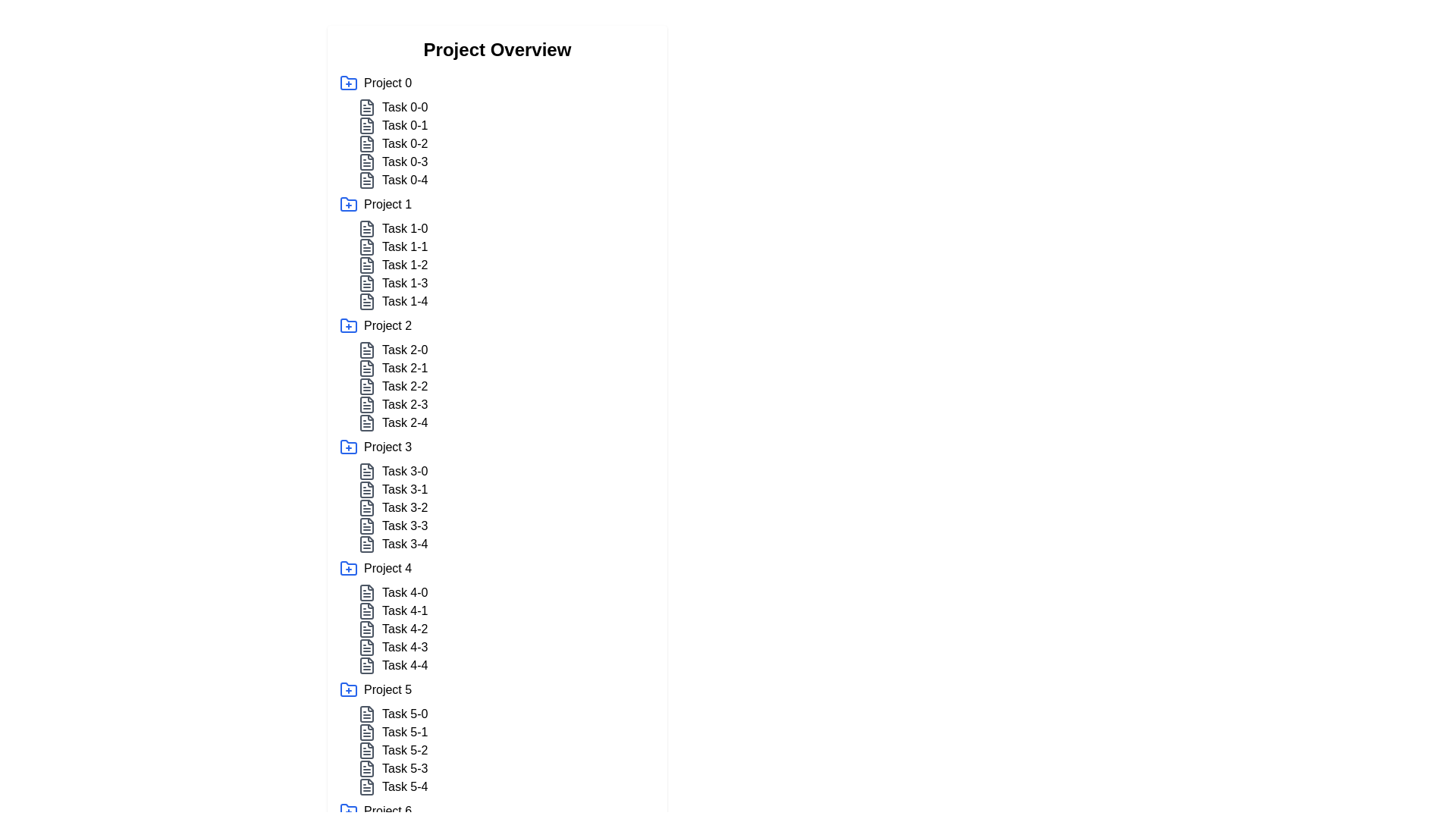 Image resolution: width=1456 pixels, height=819 pixels. I want to click on the Vector Graphic Component representing the folder icon for 'Project 6' in the Project Overview list, so click(348, 809).